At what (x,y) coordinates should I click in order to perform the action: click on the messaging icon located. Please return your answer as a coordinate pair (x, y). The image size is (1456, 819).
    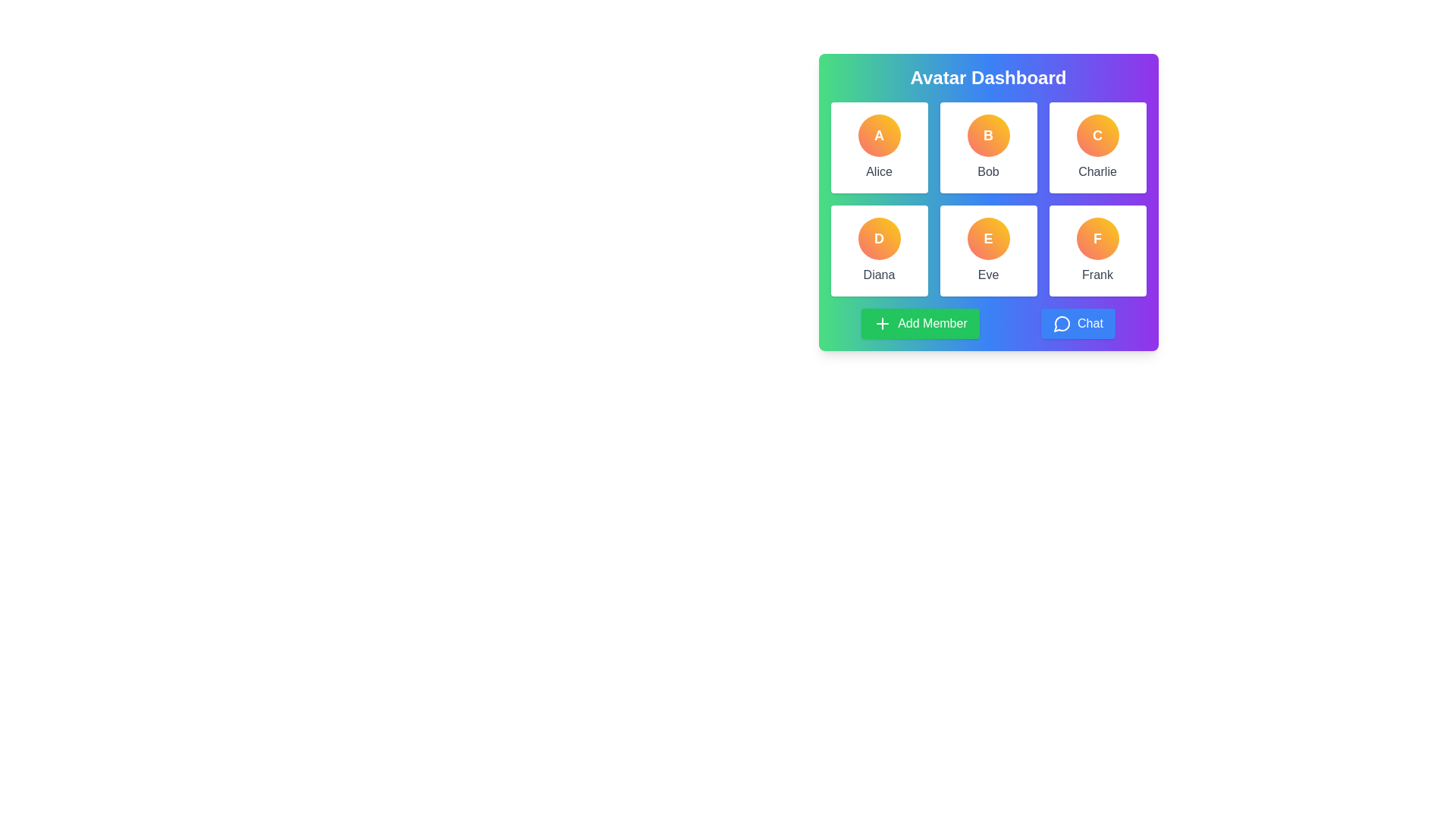
    Looking at the image, I should click on (1062, 323).